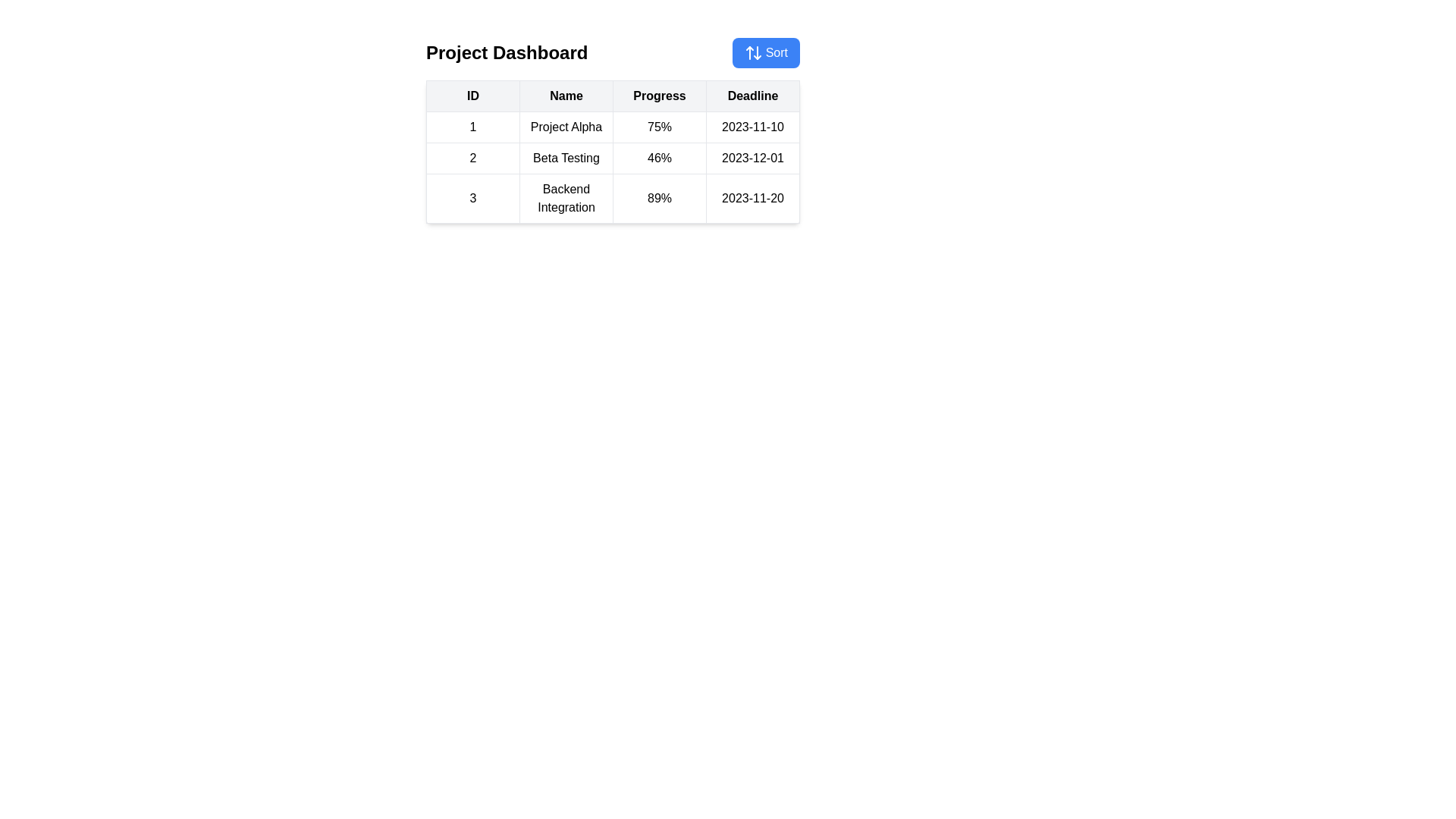  Describe the element at coordinates (753, 127) in the screenshot. I see `the static text displaying '2023-11-10' in the 'Deadline' column of the first row in the table, which is aligned to the right of the 'Progress' cell containing '75%' and corresponds to 'Project Alpha'` at that location.